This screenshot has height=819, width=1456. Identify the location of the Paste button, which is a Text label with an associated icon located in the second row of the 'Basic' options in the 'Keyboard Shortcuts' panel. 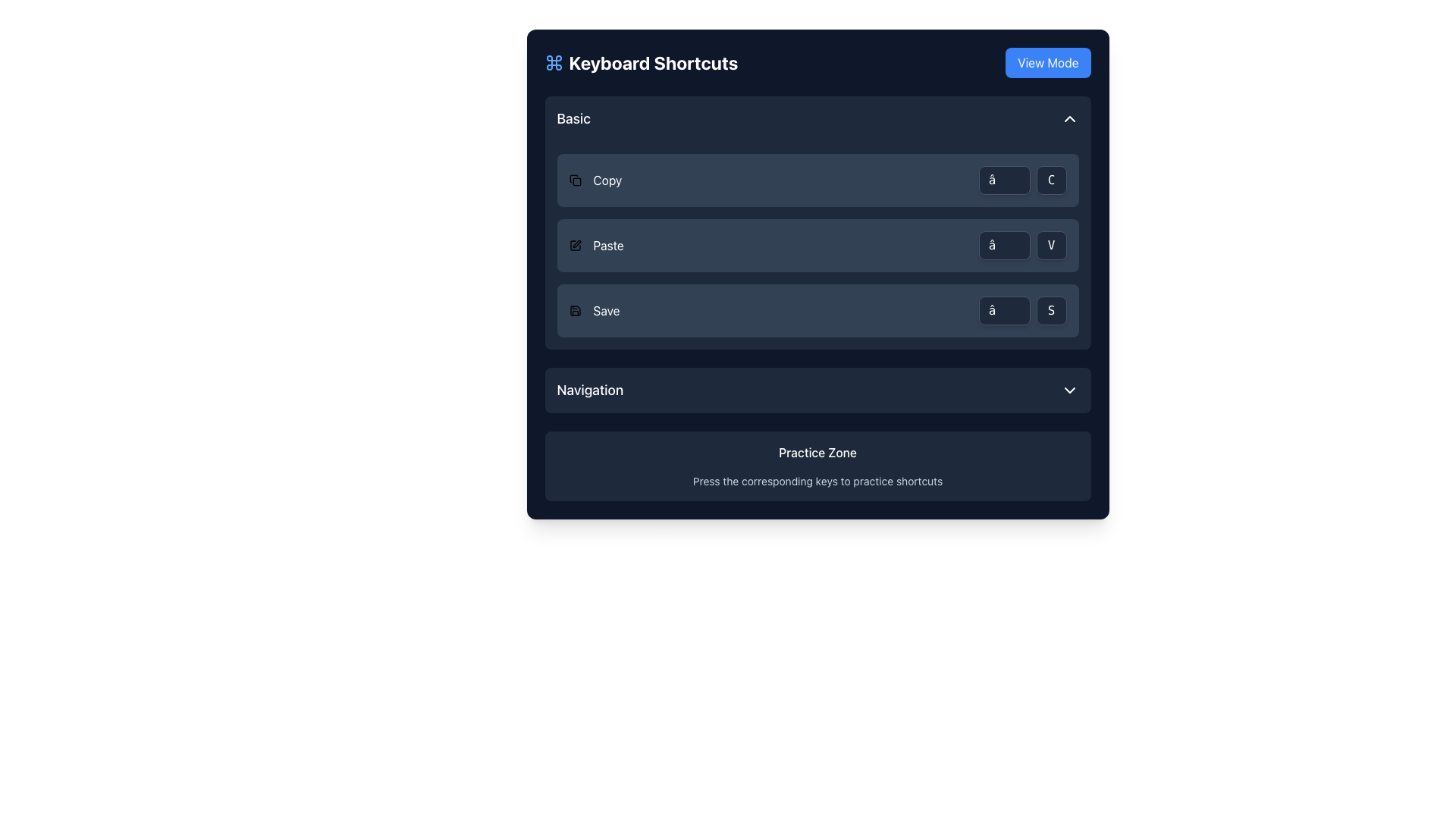
(595, 245).